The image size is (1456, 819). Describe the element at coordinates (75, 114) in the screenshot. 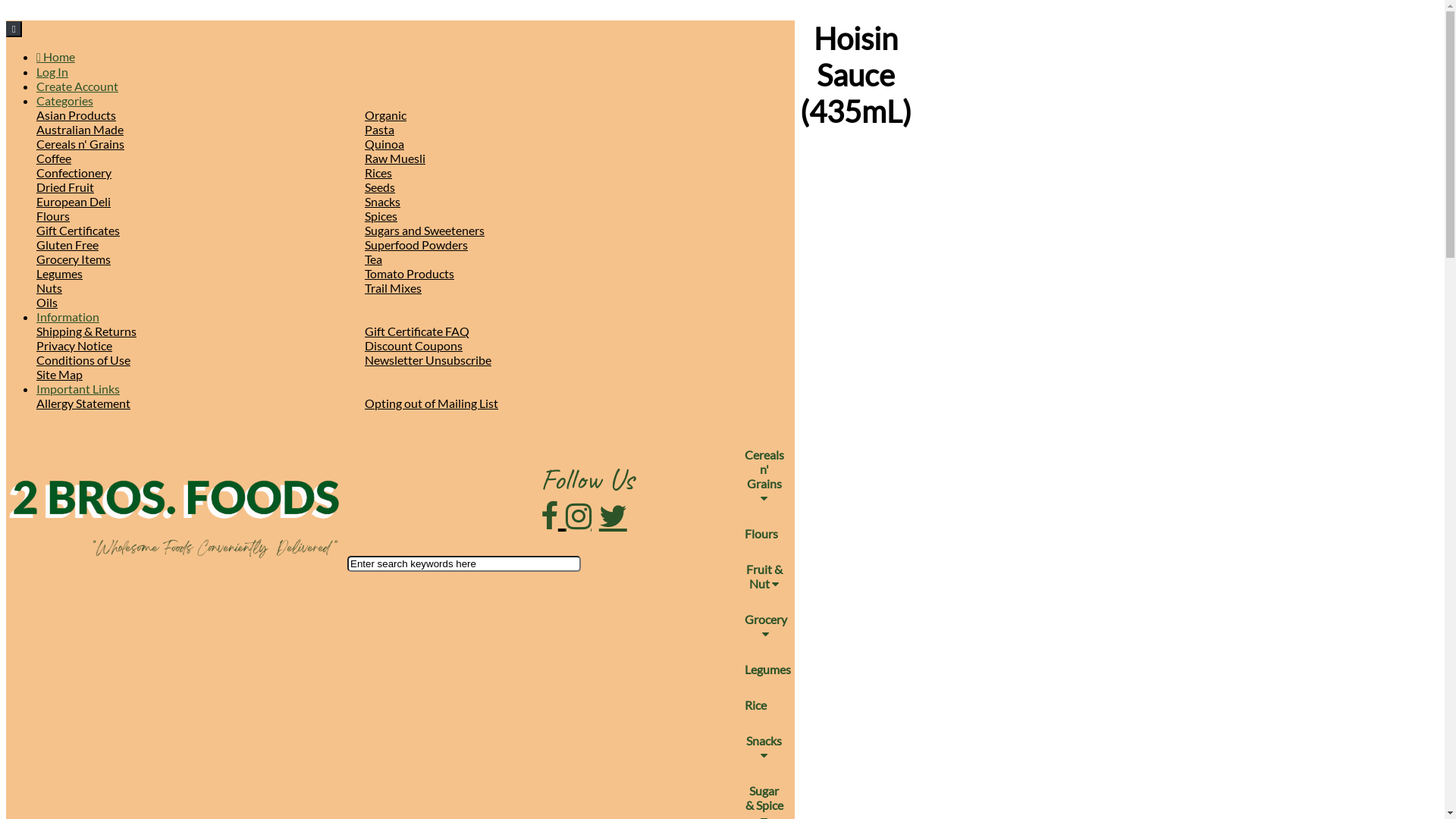

I see `'Asian Products'` at that location.